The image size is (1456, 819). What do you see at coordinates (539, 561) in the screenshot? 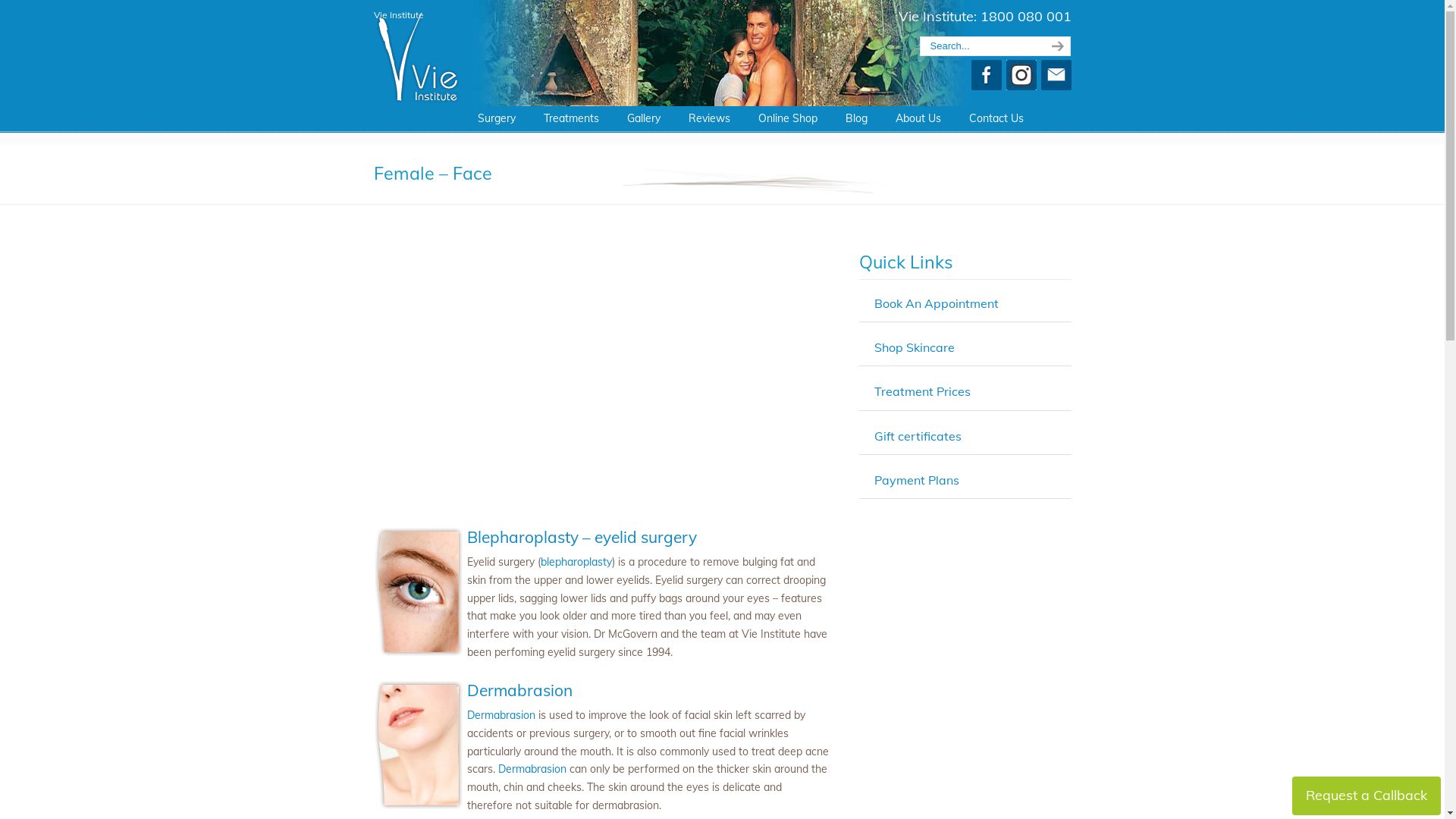
I see `'blepharoplasty'` at bounding box center [539, 561].